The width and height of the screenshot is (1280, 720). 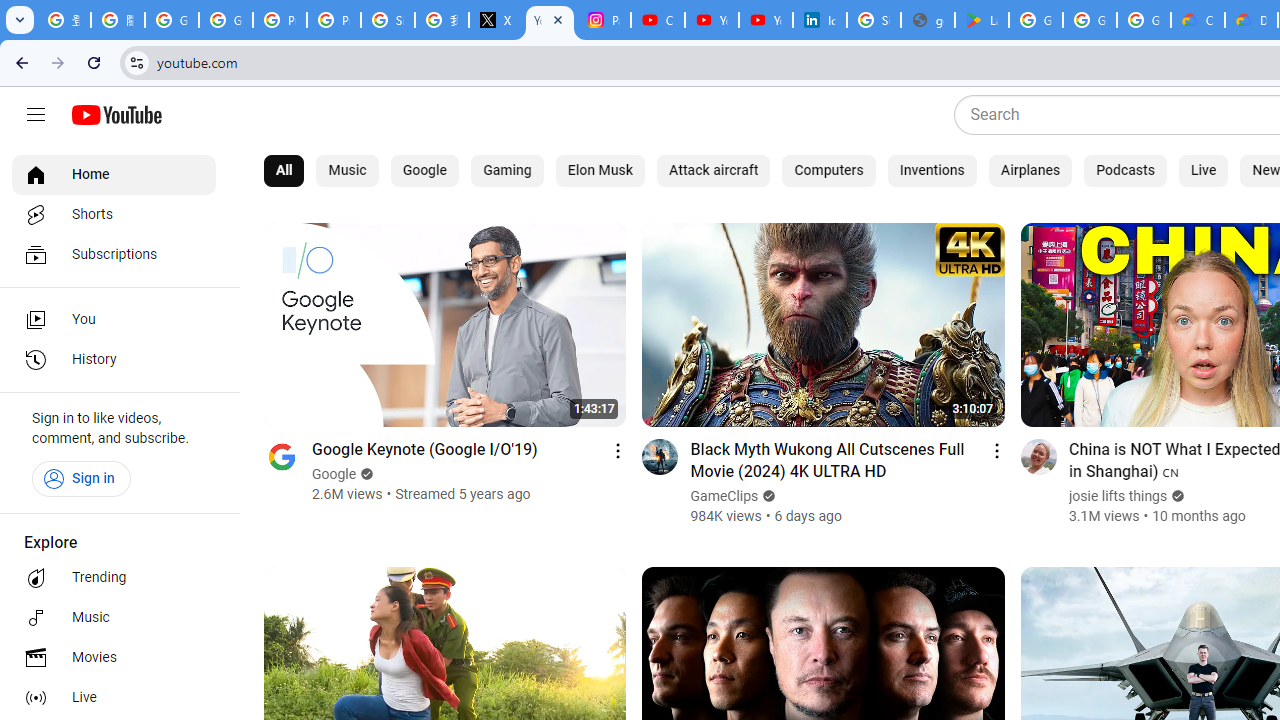 What do you see at coordinates (35, 115) in the screenshot?
I see `'Guide'` at bounding box center [35, 115].